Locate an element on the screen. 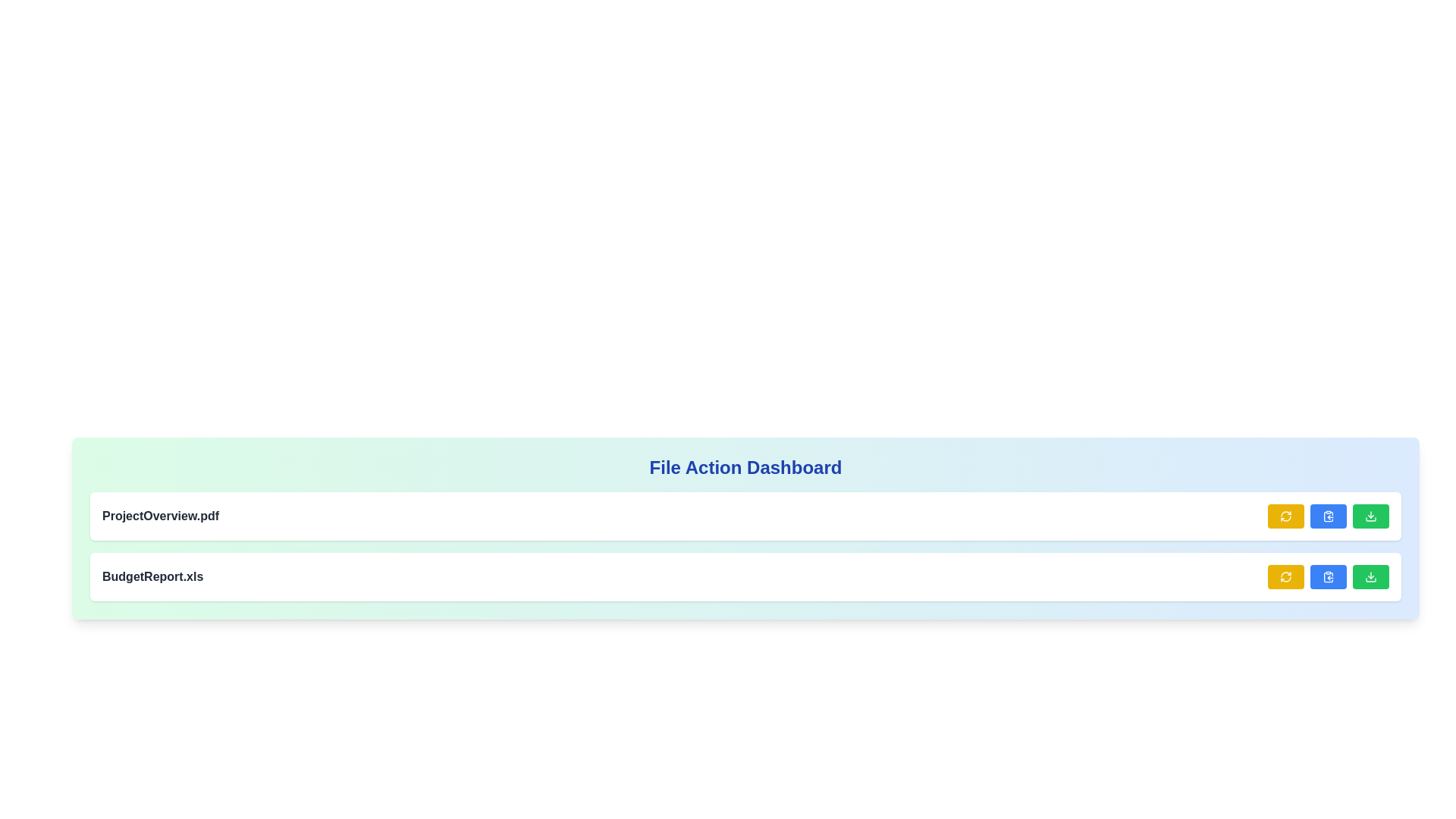  the blue button with white text and clipboard icon located in the lower right corner of the interface is located at coordinates (1328, 516).